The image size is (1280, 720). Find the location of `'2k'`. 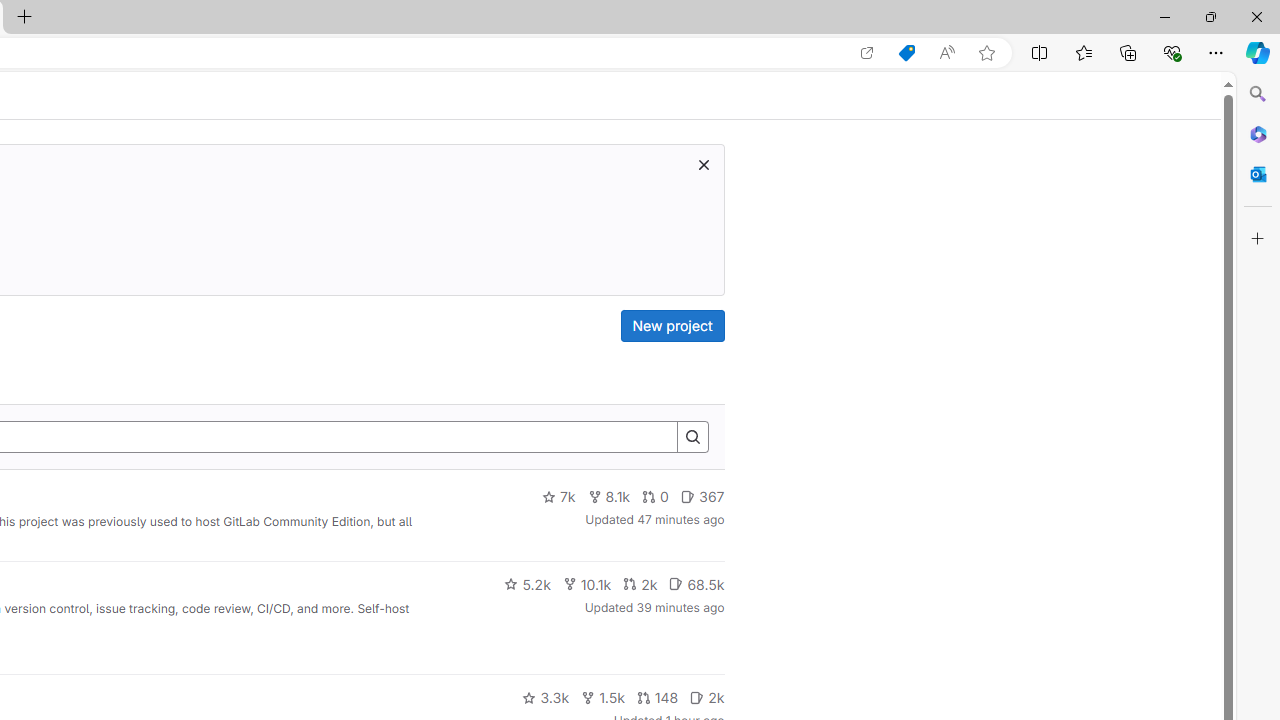

'2k' is located at coordinates (707, 697).